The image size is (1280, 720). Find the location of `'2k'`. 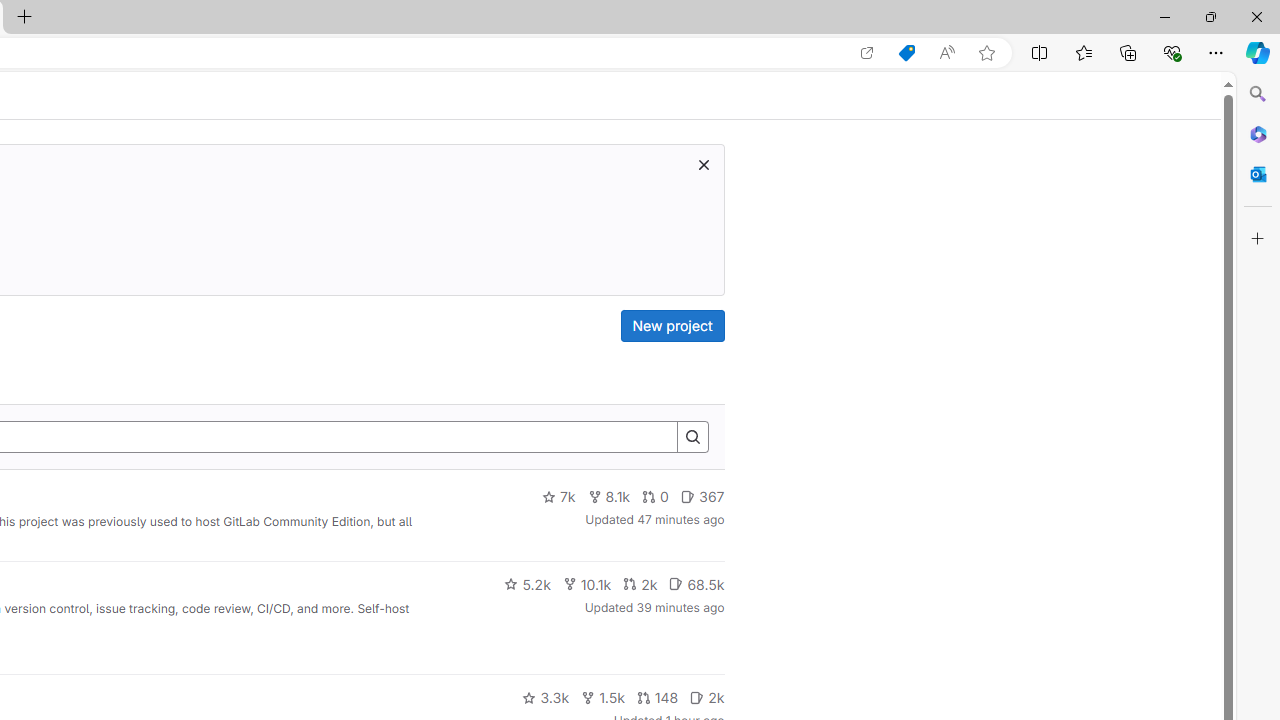

'2k' is located at coordinates (707, 697).